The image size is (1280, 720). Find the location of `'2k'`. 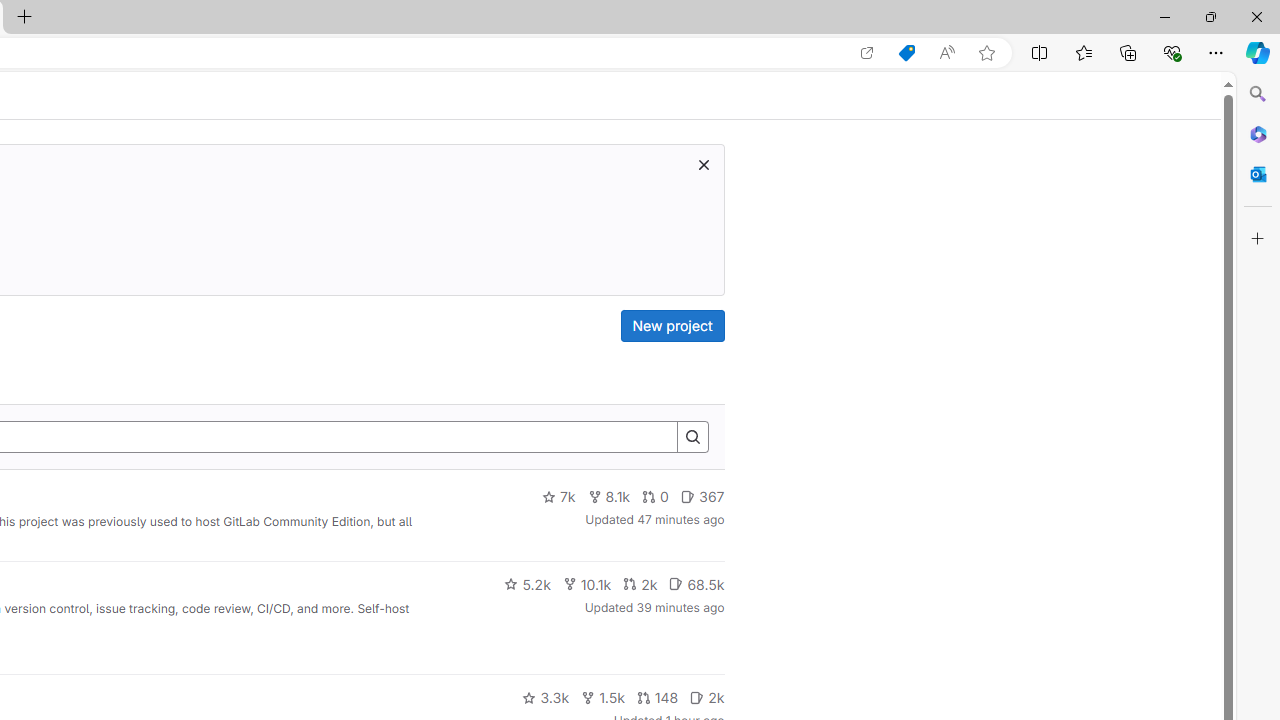

'2k' is located at coordinates (707, 697).